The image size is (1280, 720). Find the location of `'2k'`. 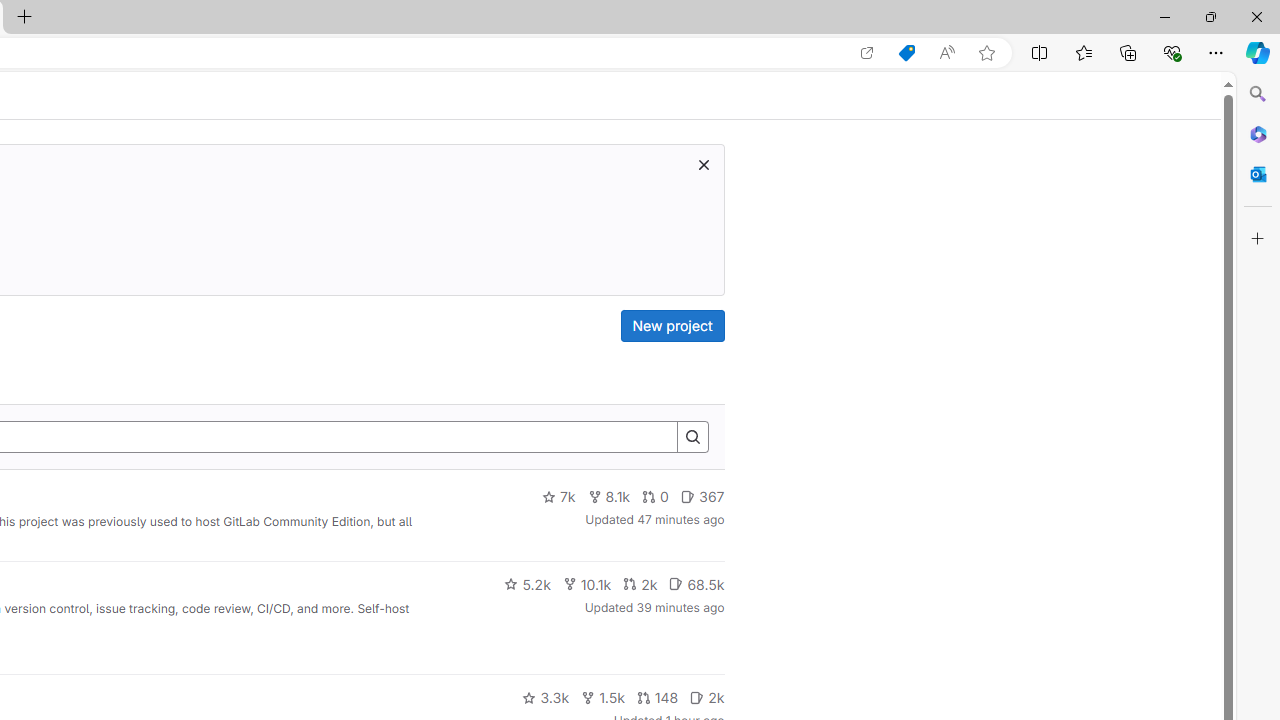

'2k' is located at coordinates (707, 697).